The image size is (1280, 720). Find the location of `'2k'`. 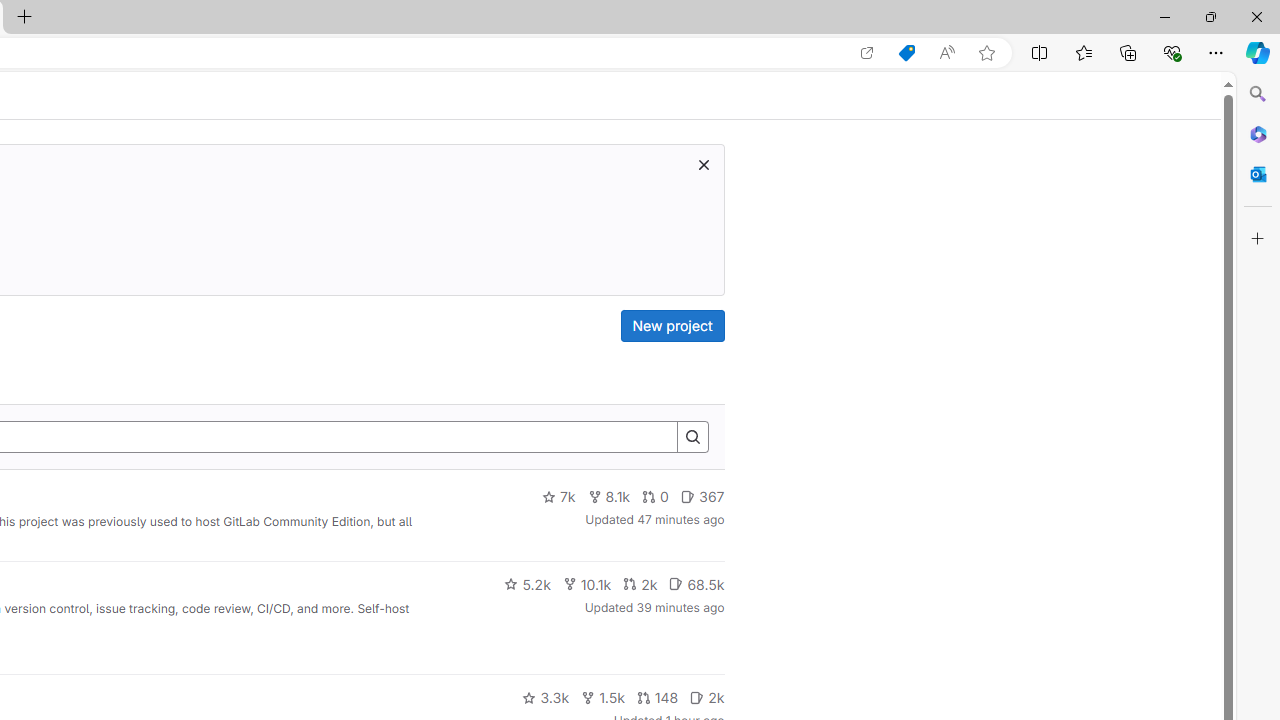

'2k' is located at coordinates (707, 697).